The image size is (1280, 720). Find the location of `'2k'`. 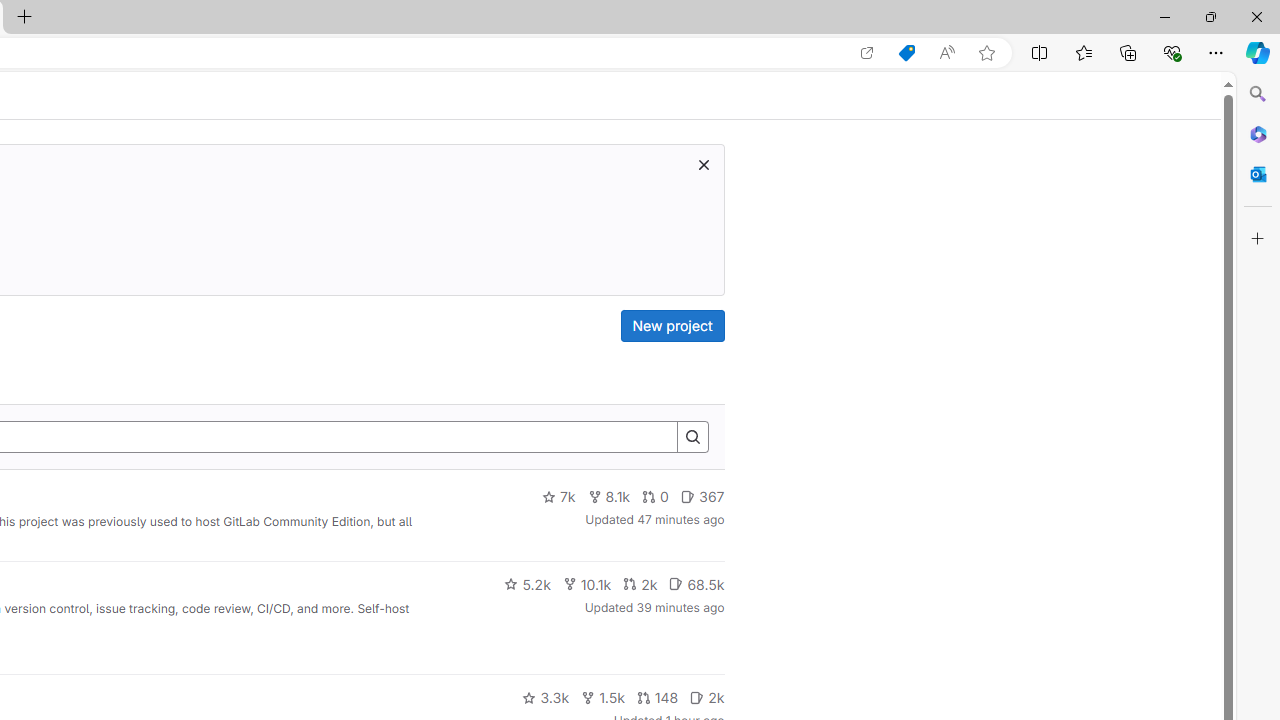

'2k' is located at coordinates (707, 697).